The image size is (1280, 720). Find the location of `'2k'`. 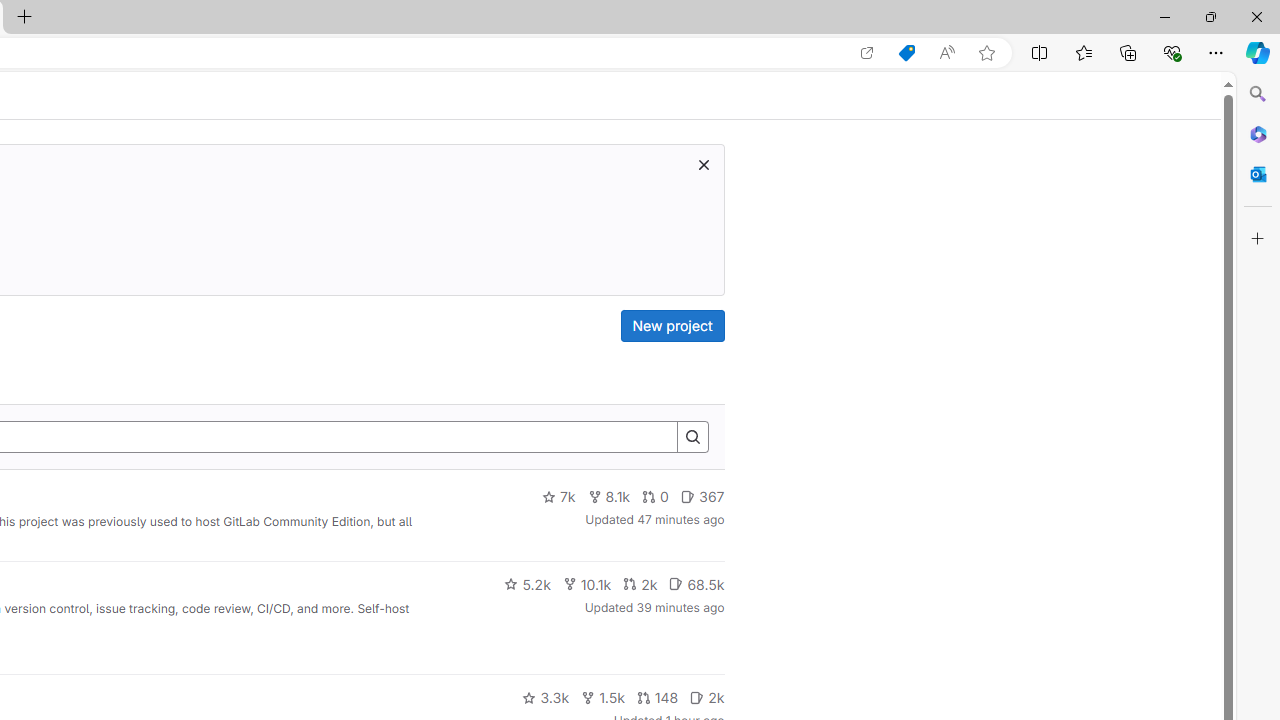

'2k' is located at coordinates (707, 697).